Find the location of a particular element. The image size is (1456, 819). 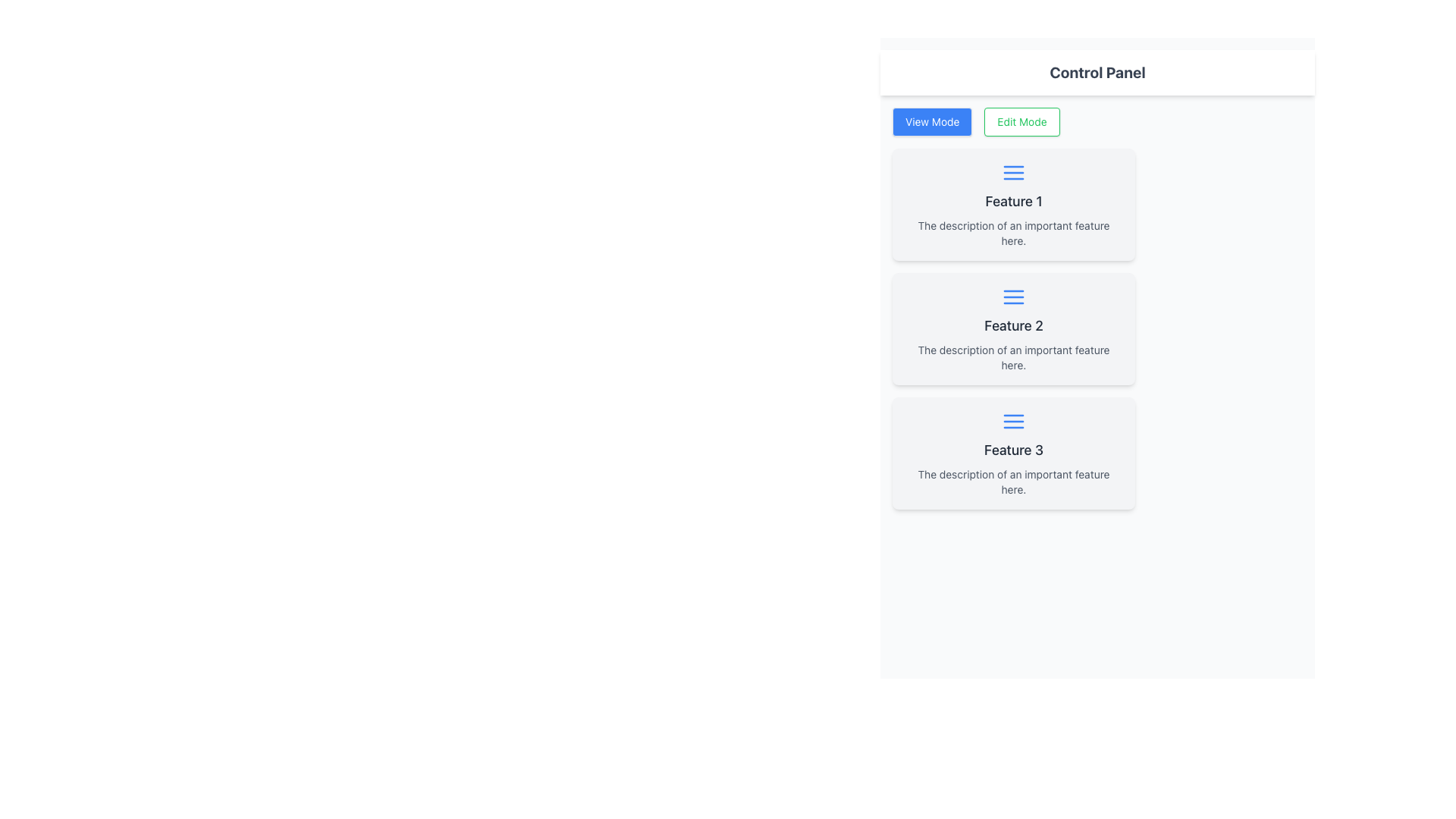

the decorative icon at the top center of the 'Feature 3' card, which indicates the feature's alignment or functionality is located at coordinates (1014, 421).